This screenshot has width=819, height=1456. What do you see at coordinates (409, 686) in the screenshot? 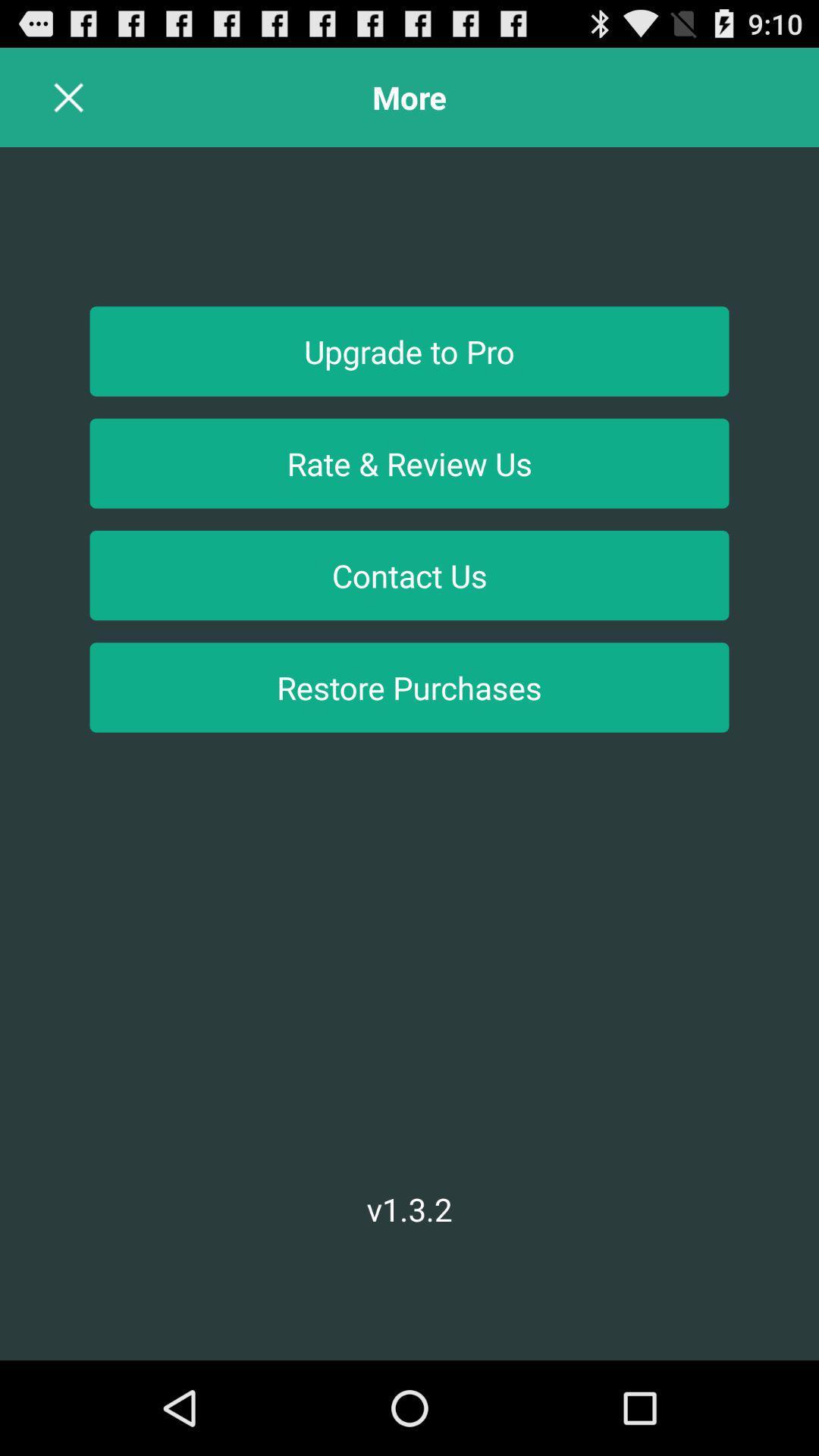
I see `the icon below contact us button` at bounding box center [409, 686].